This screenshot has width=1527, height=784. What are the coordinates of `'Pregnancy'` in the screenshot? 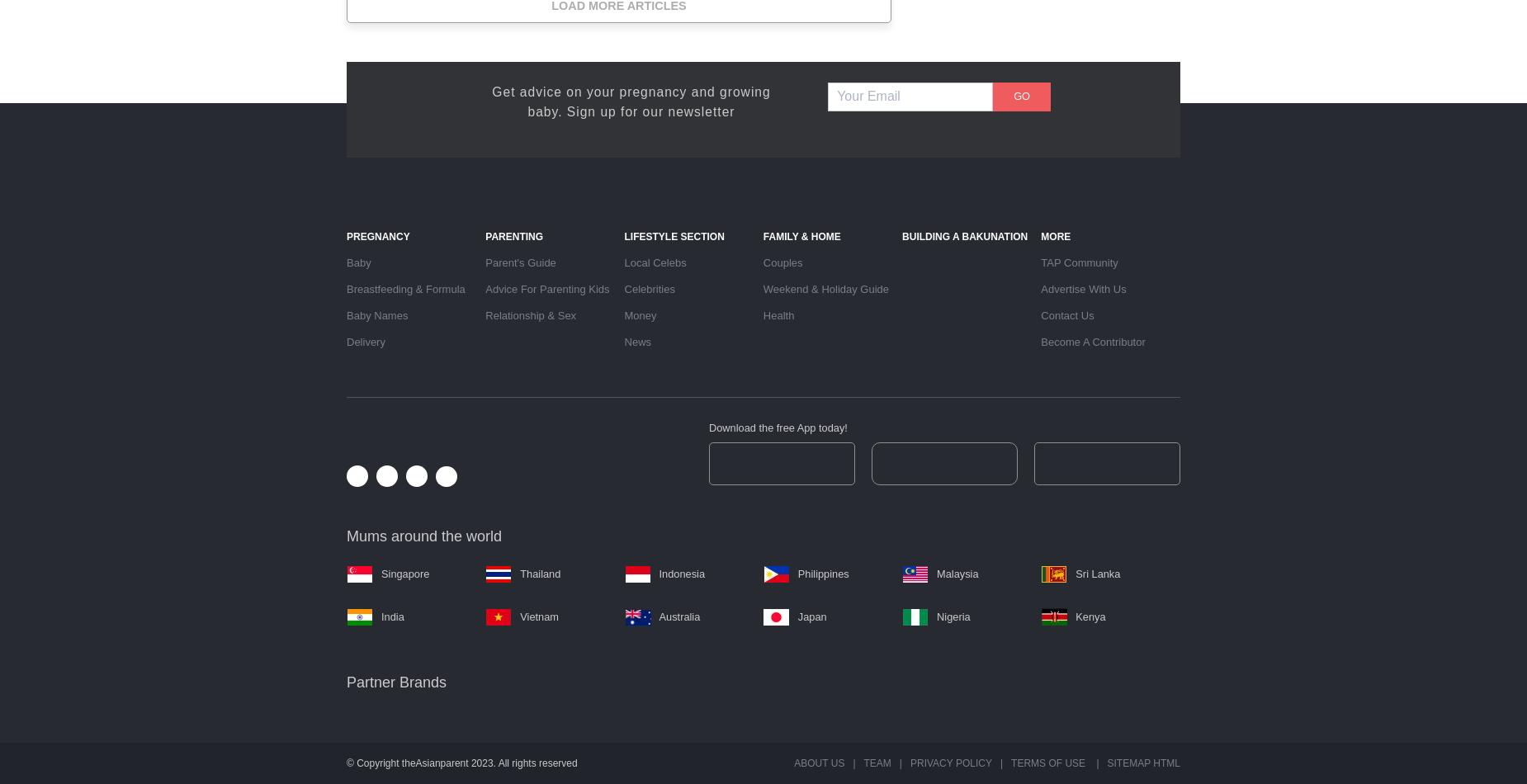 It's located at (377, 235).